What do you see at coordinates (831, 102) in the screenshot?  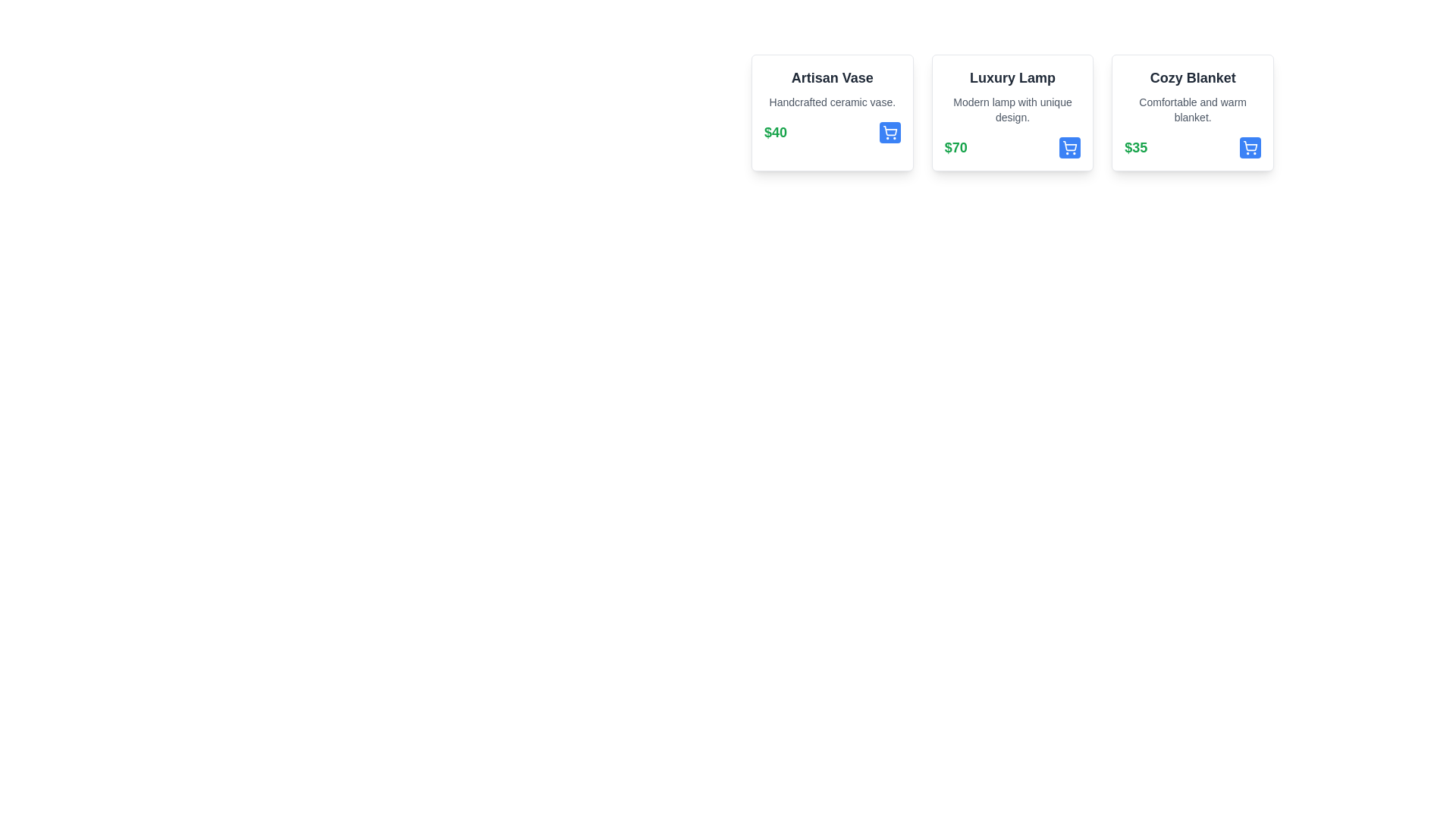 I see `the text label that provides a concise description of the product, located below the title 'Artisan Vase' and above the price '$40' in the left card of the product row` at bounding box center [831, 102].